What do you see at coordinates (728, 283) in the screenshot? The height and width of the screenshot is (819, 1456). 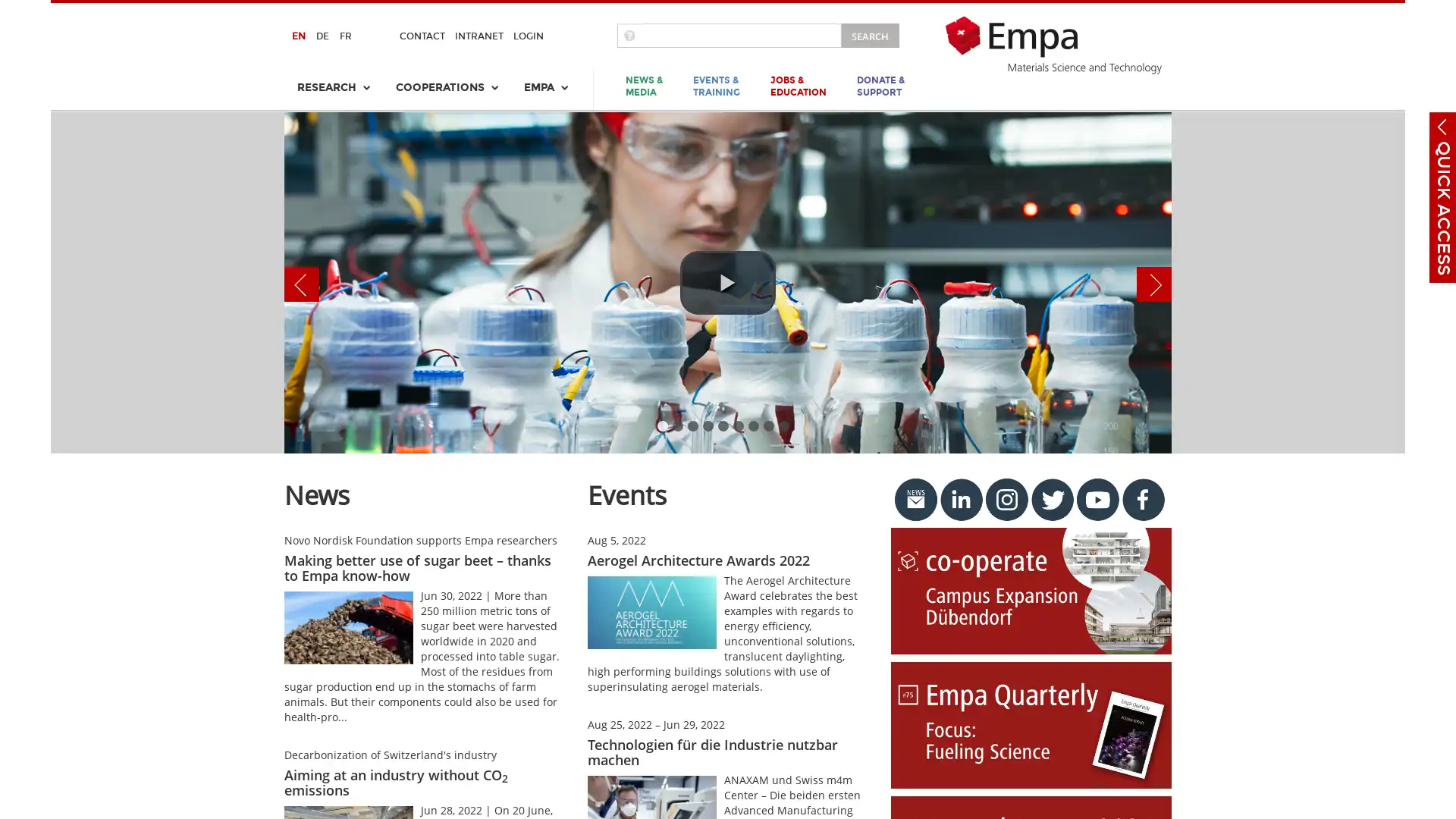 I see `play video` at bounding box center [728, 283].